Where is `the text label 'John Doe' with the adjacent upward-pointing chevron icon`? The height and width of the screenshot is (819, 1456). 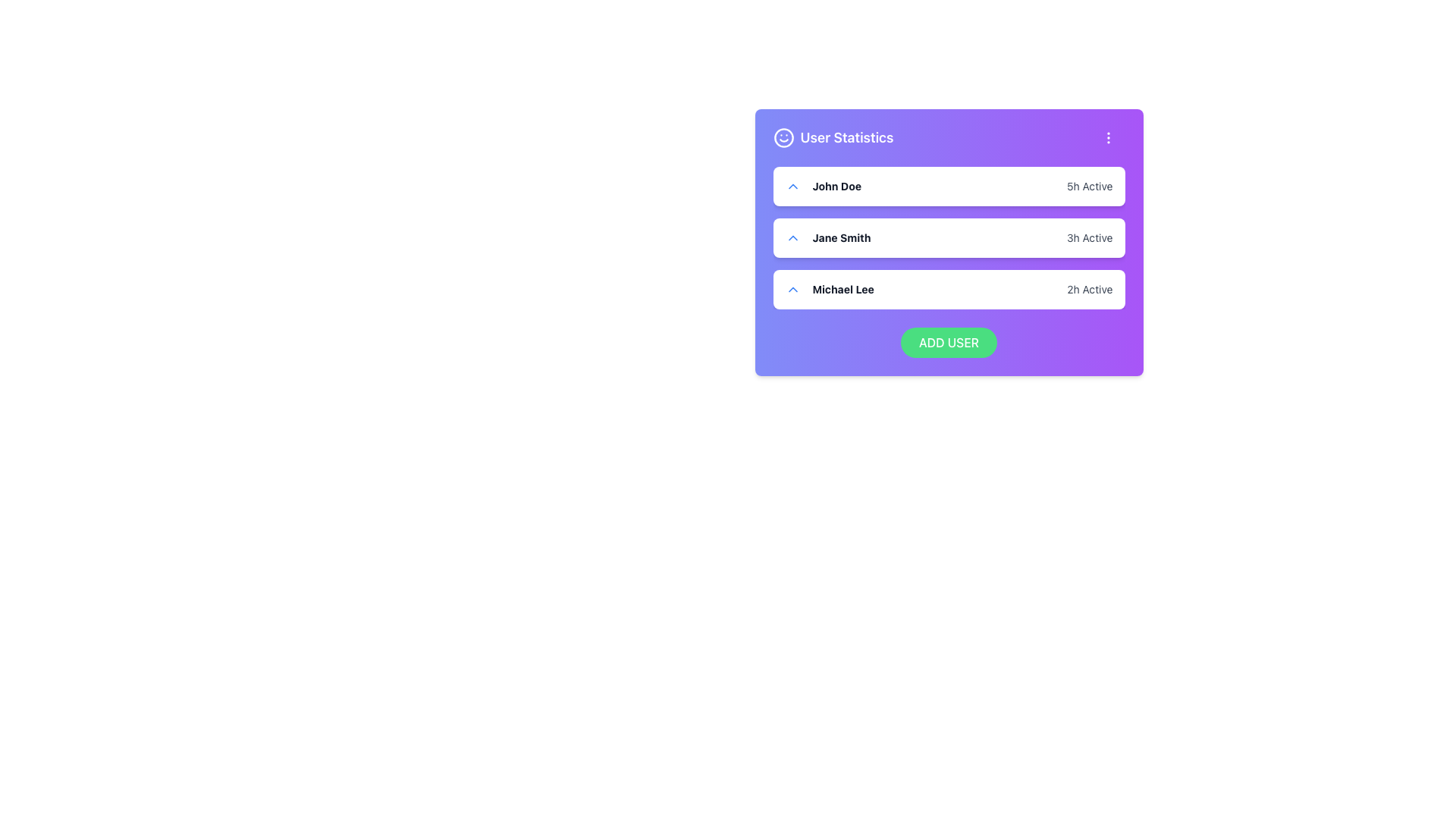
the text label 'John Doe' with the adjacent upward-pointing chevron icon is located at coordinates (822, 186).